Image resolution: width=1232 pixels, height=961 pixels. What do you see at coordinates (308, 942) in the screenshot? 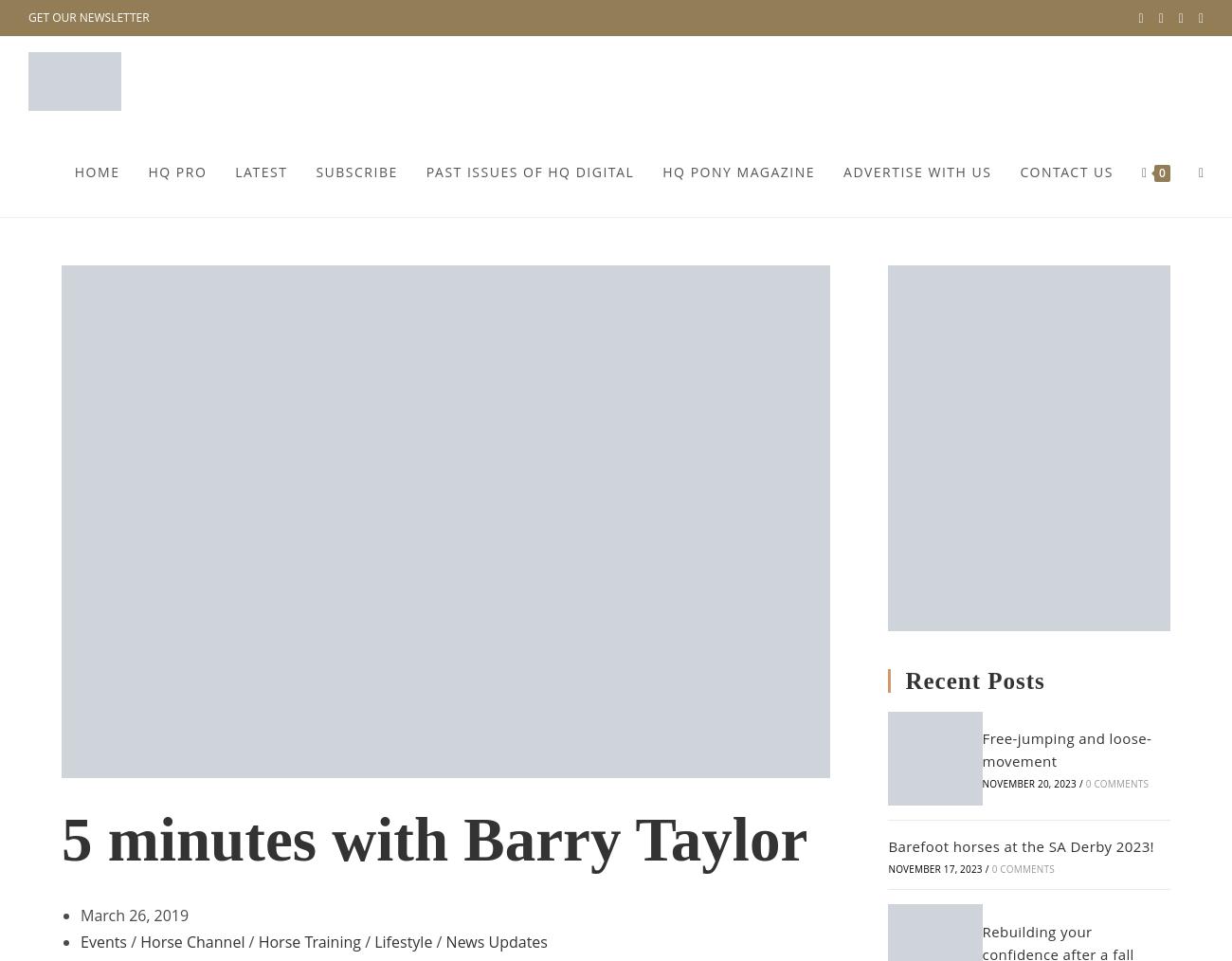
I see `'Horse Training'` at bounding box center [308, 942].